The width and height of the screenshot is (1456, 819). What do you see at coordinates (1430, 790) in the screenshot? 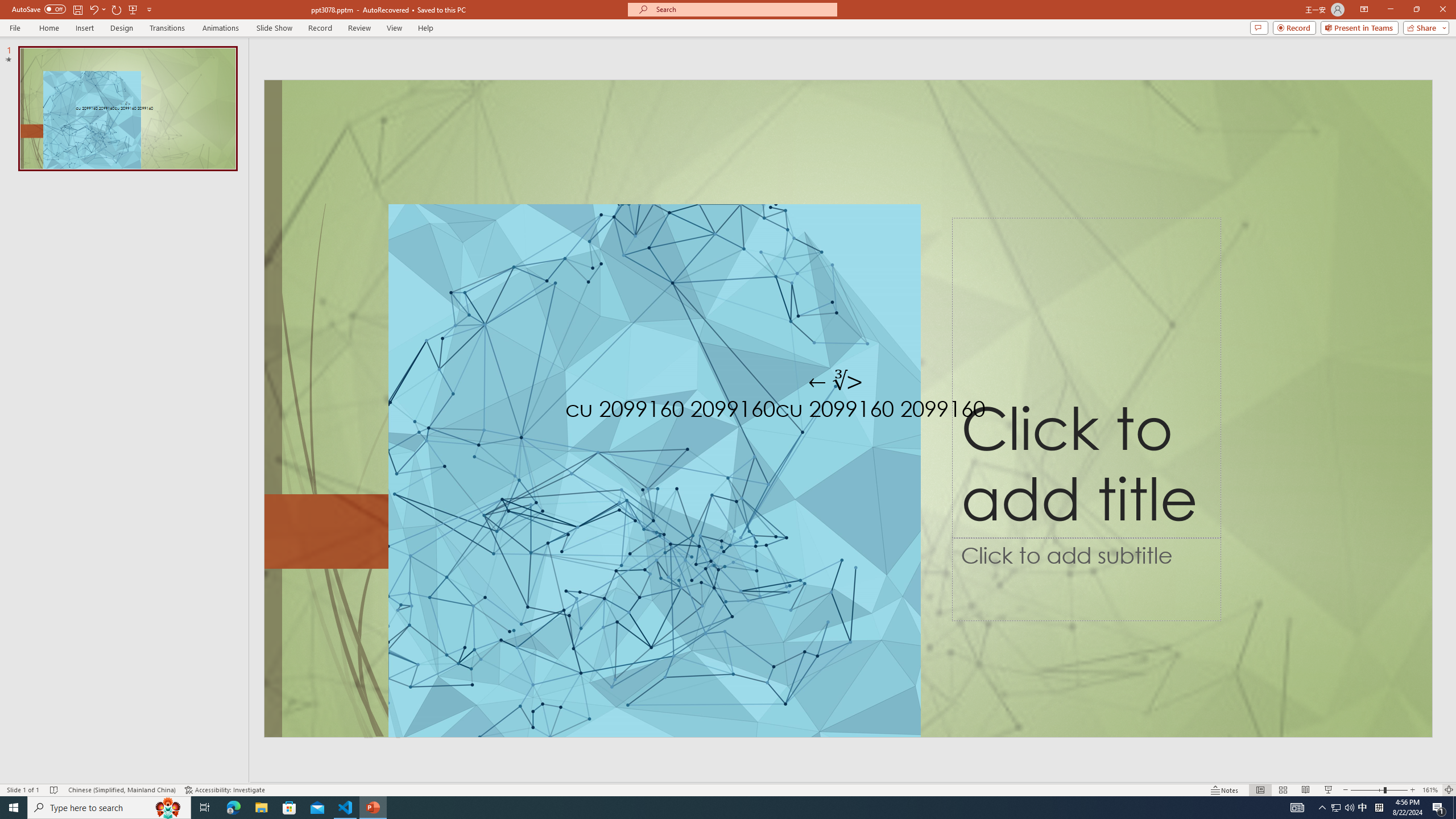
I see `'Zoom 161%'` at bounding box center [1430, 790].